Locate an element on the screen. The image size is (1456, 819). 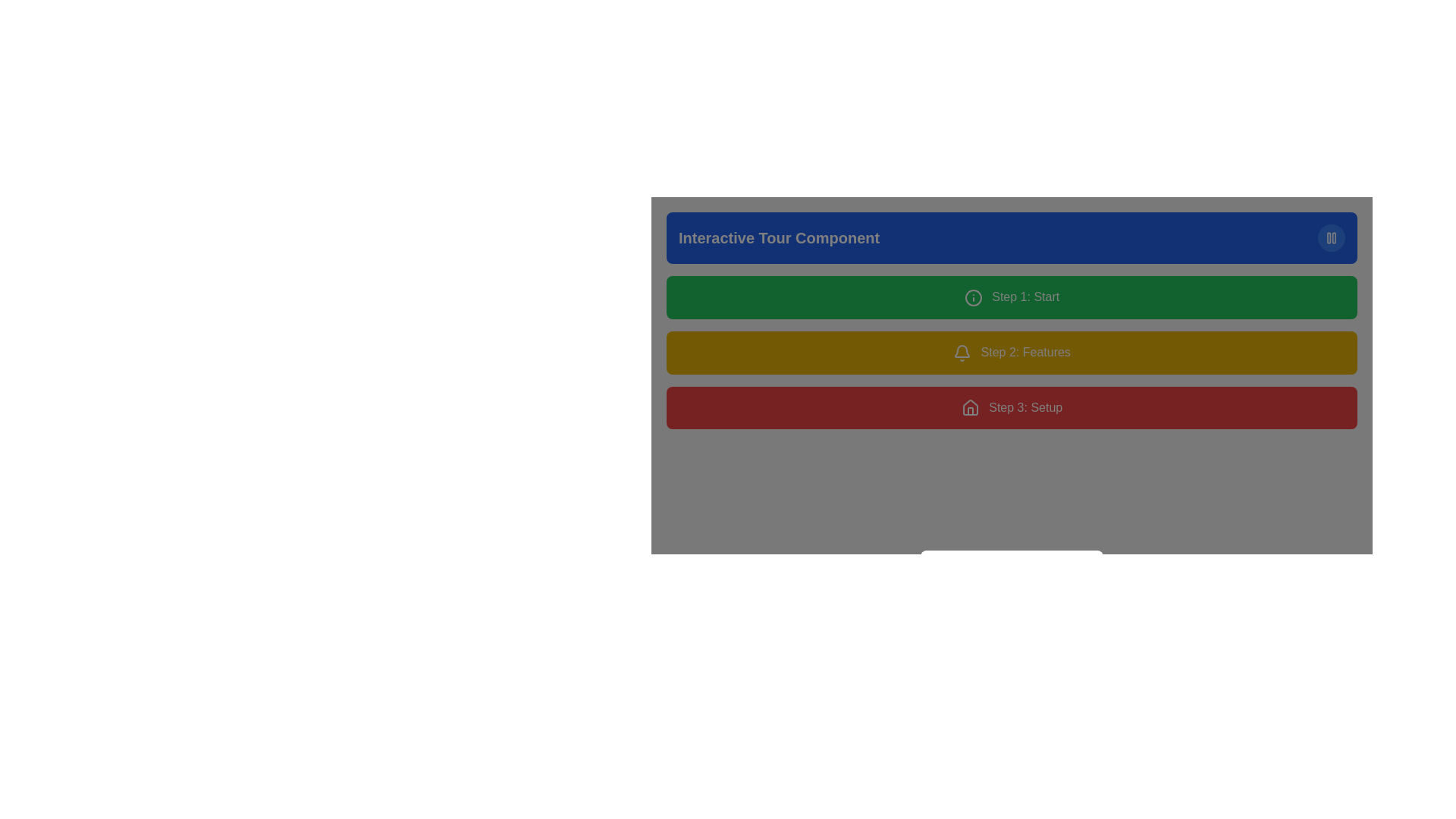
the notification or alert icon in the horizontal menu of 'Step 2: Features' is located at coordinates (962, 350).